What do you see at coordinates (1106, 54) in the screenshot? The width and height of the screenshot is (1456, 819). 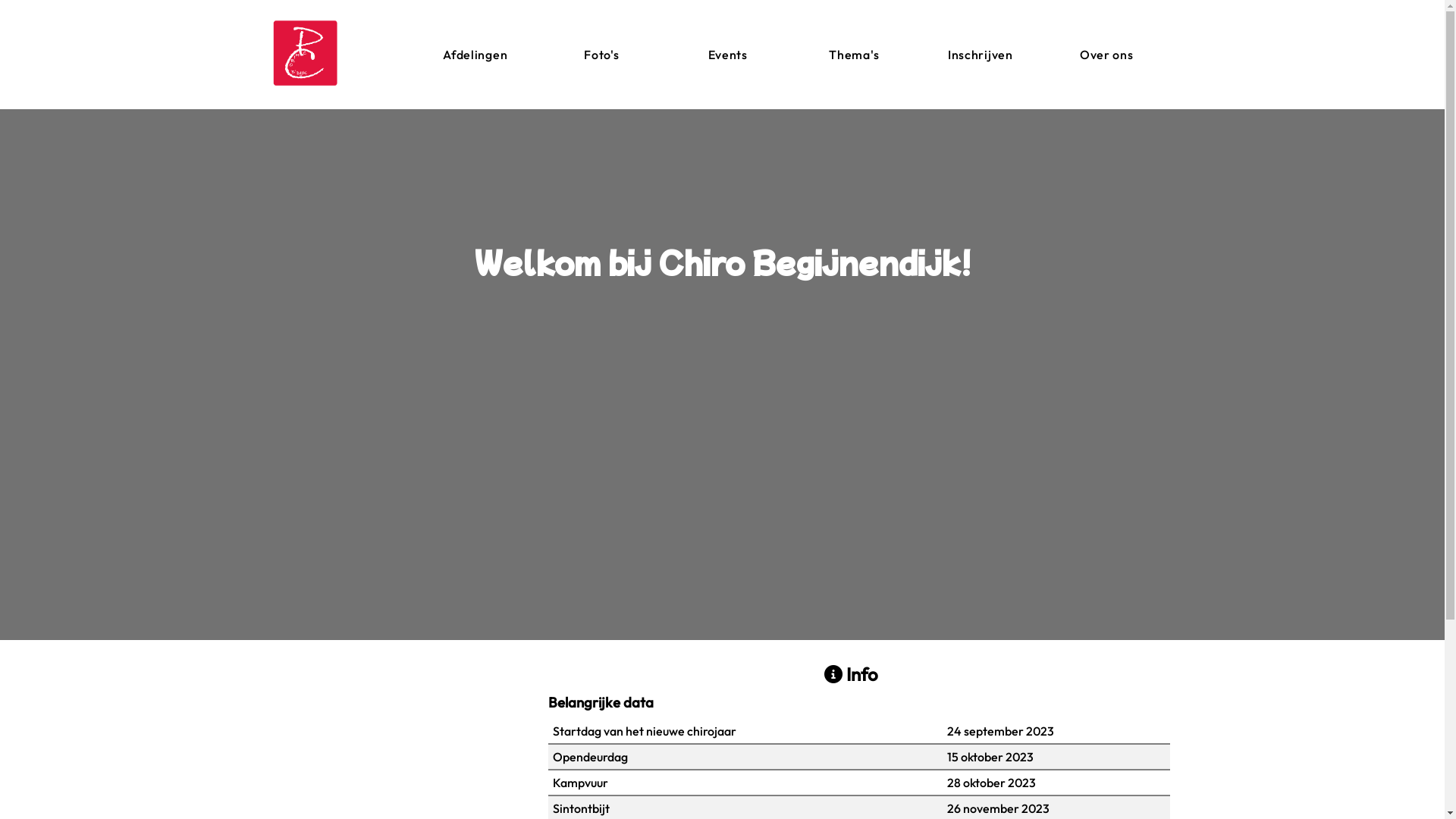 I see `'Over ons'` at bounding box center [1106, 54].